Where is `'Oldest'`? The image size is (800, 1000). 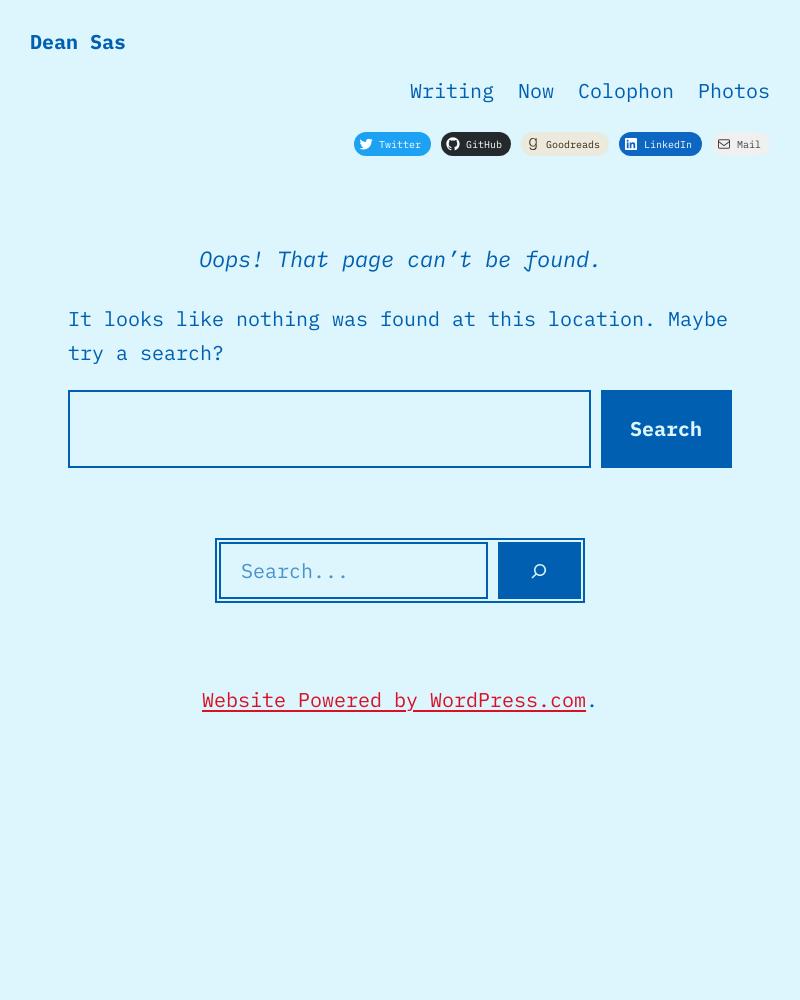
'Oldest' is located at coordinates (239, 142).